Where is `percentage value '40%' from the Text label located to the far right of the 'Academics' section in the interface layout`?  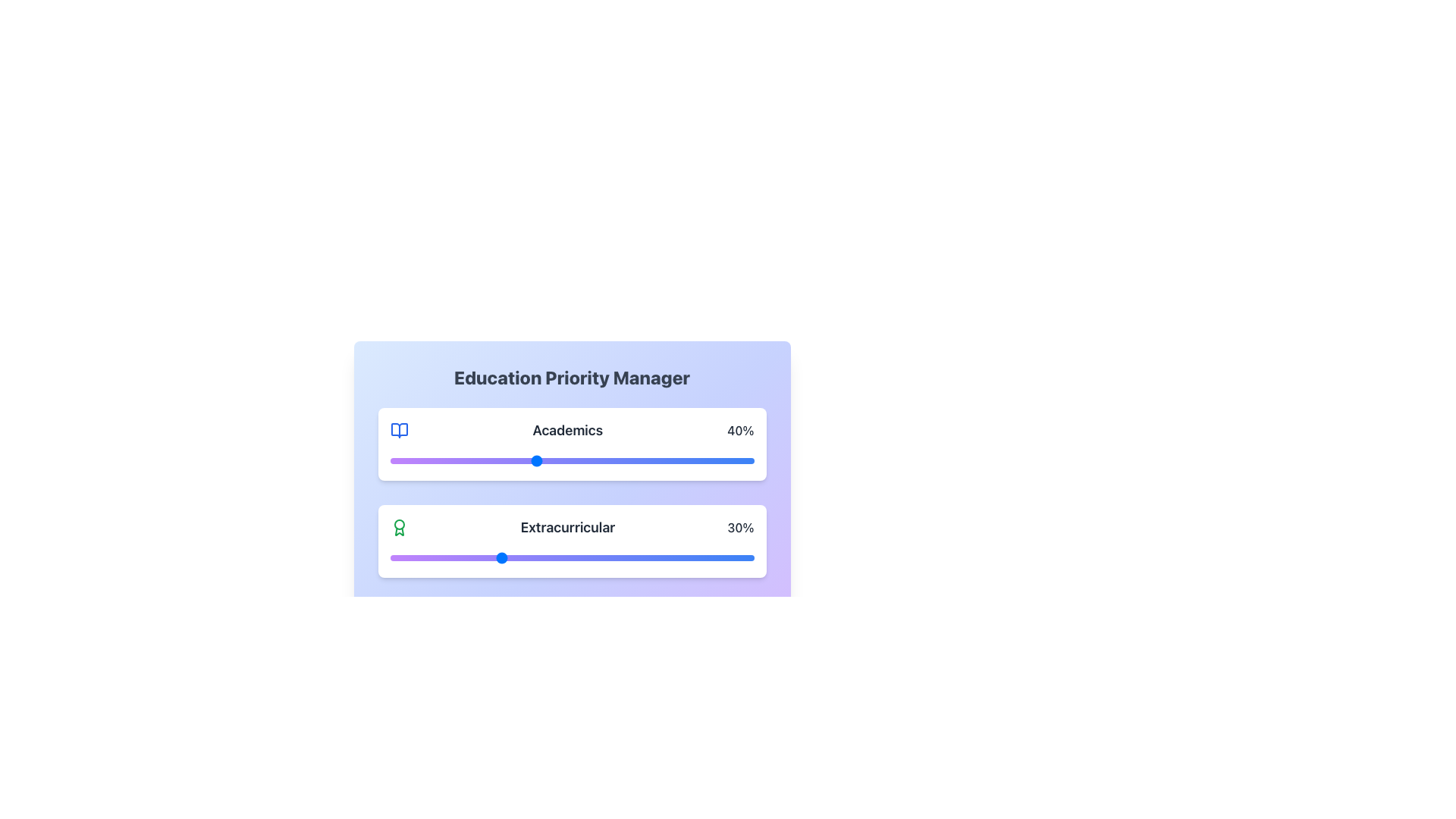
percentage value '40%' from the Text label located to the far right of the 'Academics' section in the interface layout is located at coordinates (740, 430).